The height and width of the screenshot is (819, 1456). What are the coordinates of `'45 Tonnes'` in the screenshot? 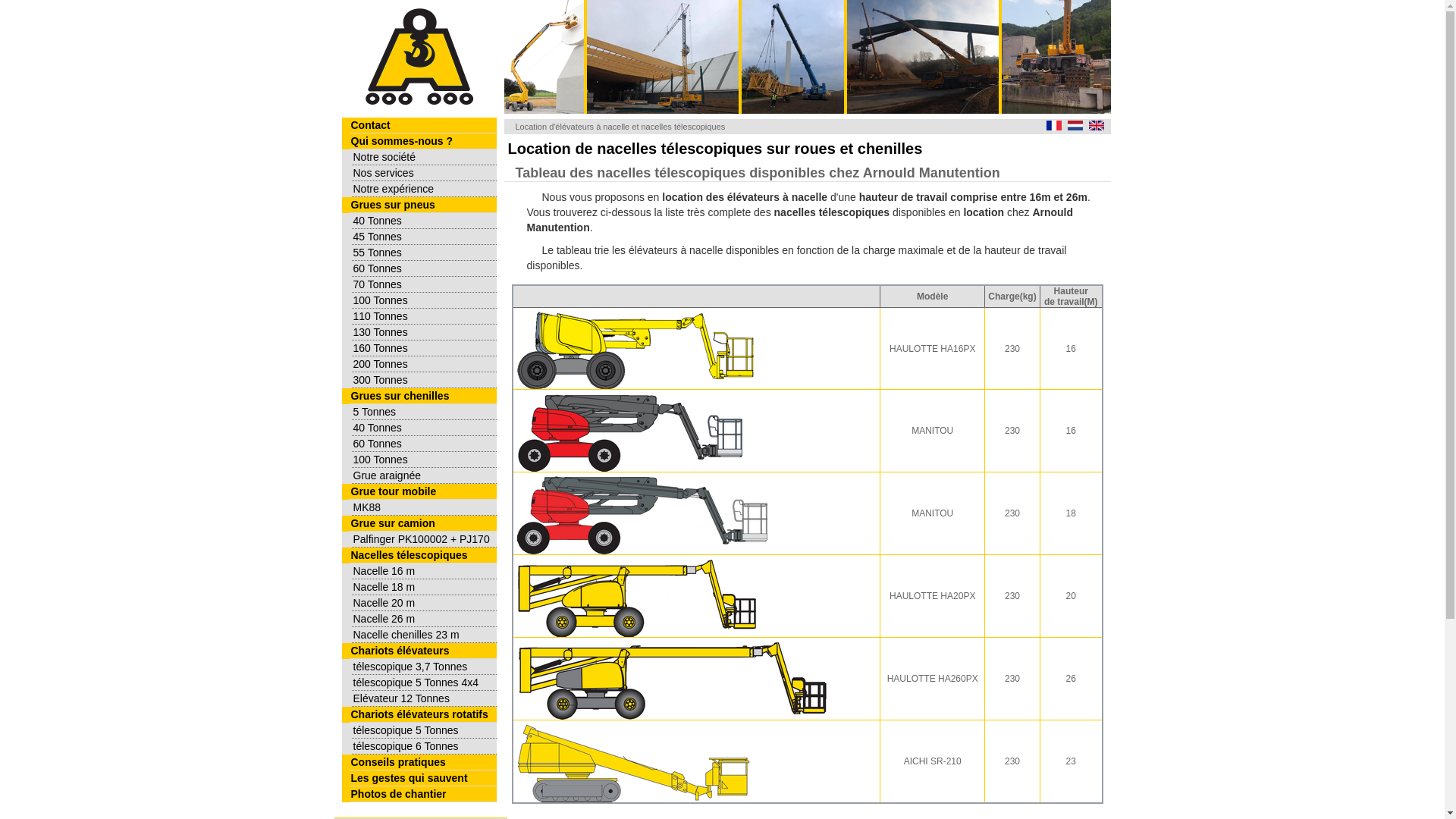 It's located at (424, 237).